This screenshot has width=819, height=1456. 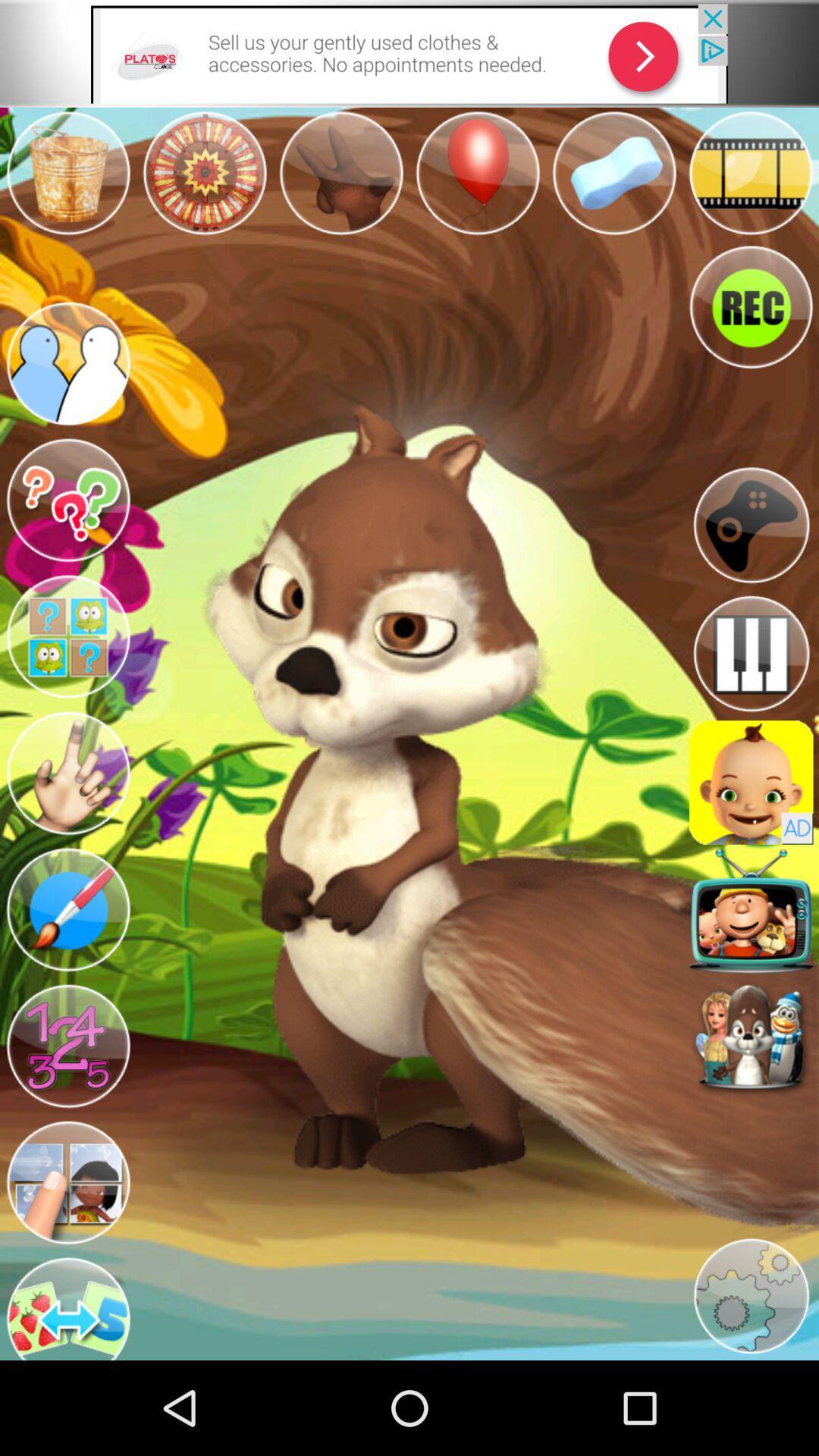 What do you see at coordinates (409, 53) in the screenshot?
I see `advertisement` at bounding box center [409, 53].